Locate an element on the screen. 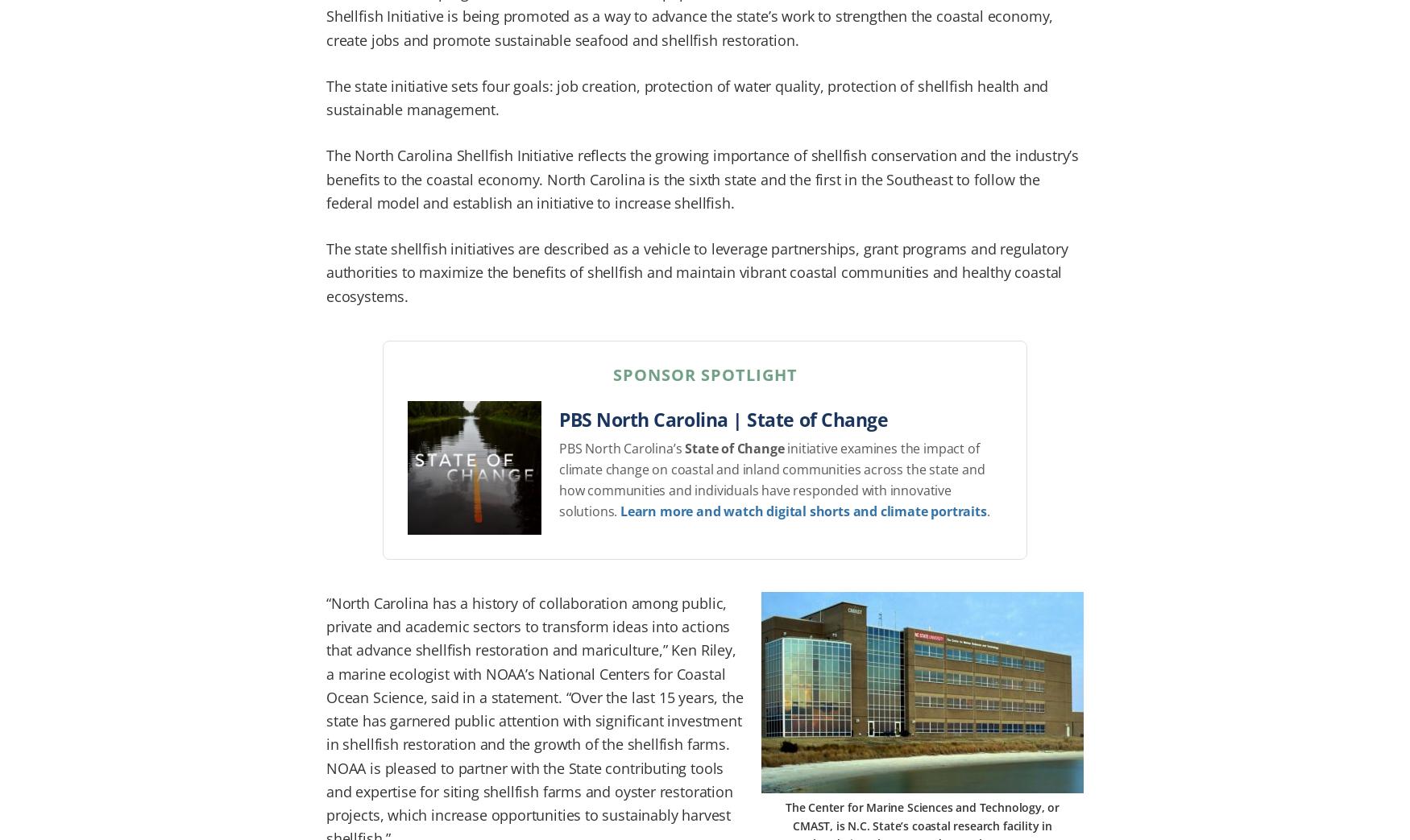 Image resolution: width=1410 pixels, height=840 pixels. 'initiative examines the impact of climate change on coastal and inland communities across the state and how communities and individuals have responded with innovative solutions.' is located at coordinates (771, 479).